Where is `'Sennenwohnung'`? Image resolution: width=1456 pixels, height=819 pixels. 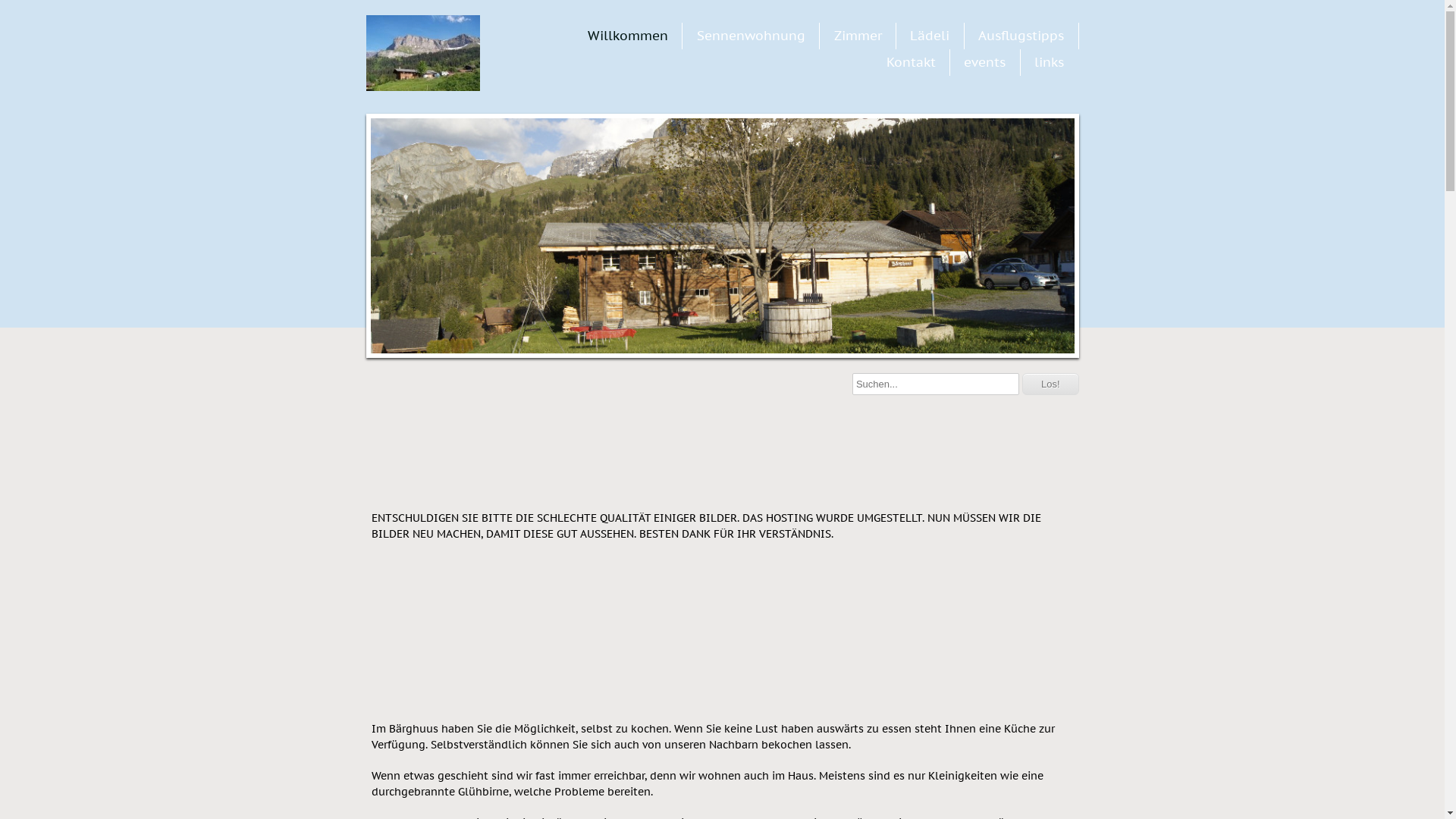 'Sennenwohnung' is located at coordinates (751, 34).